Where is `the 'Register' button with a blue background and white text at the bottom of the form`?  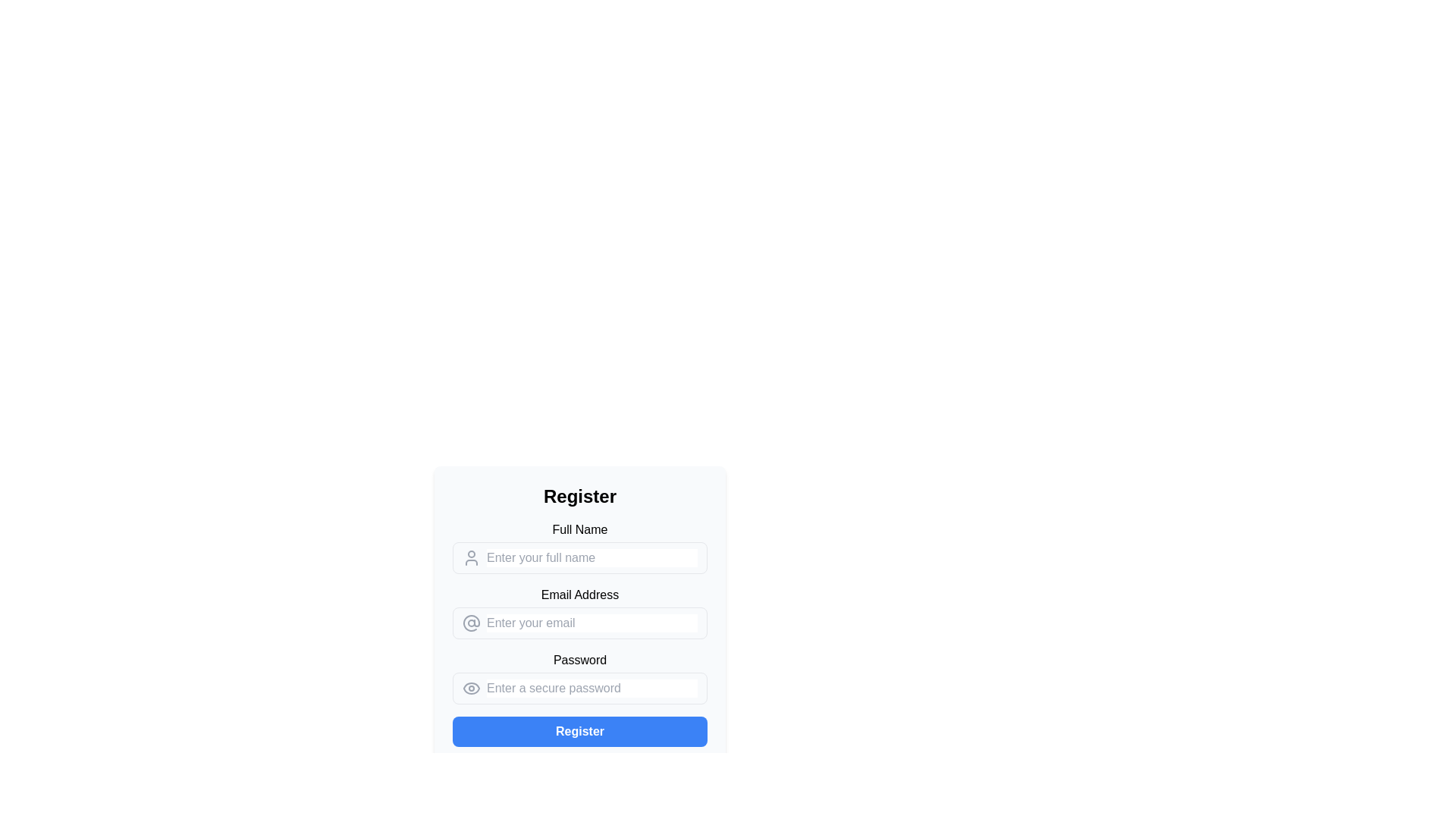 the 'Register' button with a blue background and white text at the bottom of the form is located at coordinates (579, 730).